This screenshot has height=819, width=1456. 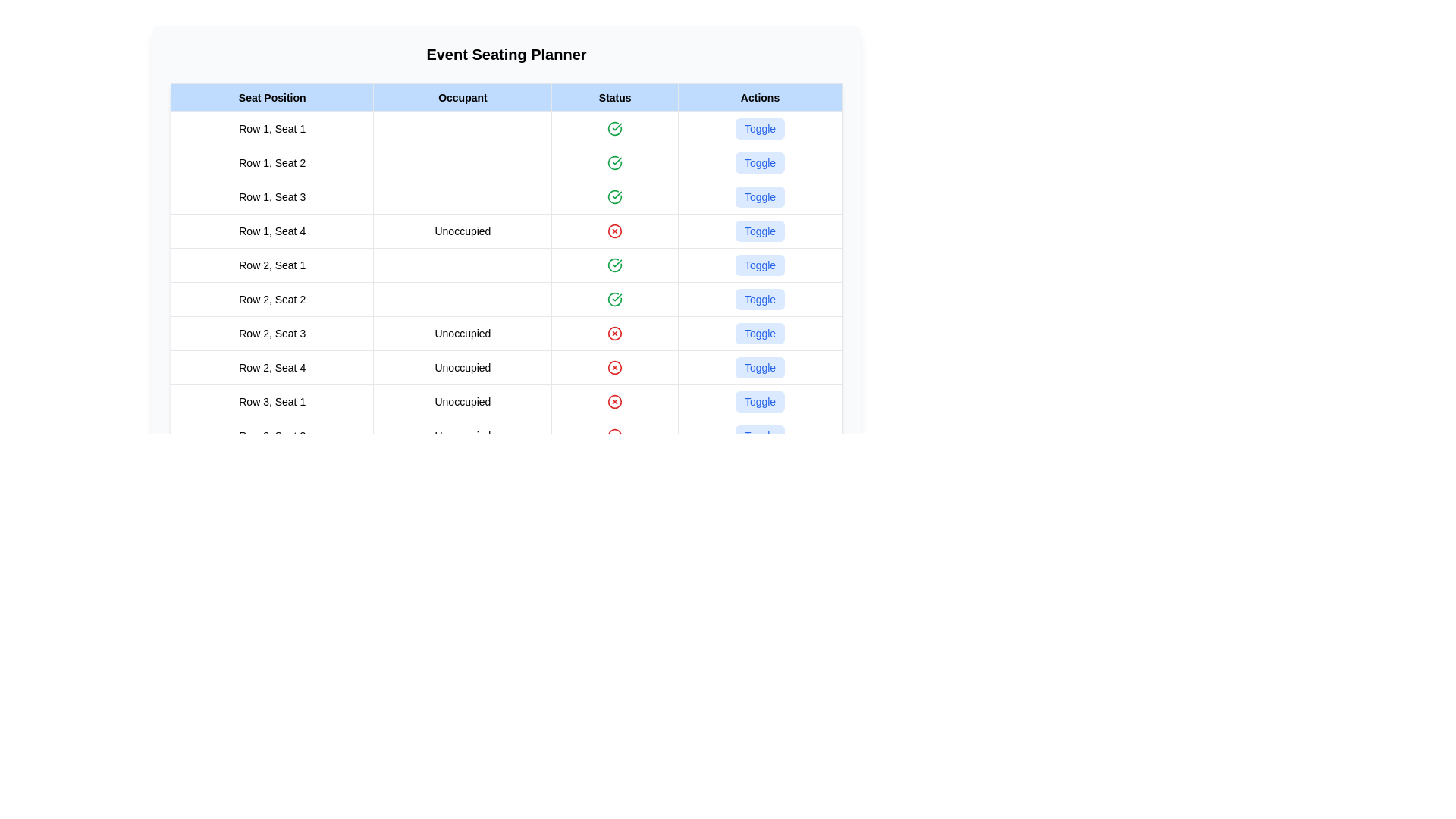 I want to click on the 'Toggle' button with a light blue background located in the 'Actions' column of the 'Event Seating Planner' section for 'Row 2, Seat 1', so click(x=760, y=265).